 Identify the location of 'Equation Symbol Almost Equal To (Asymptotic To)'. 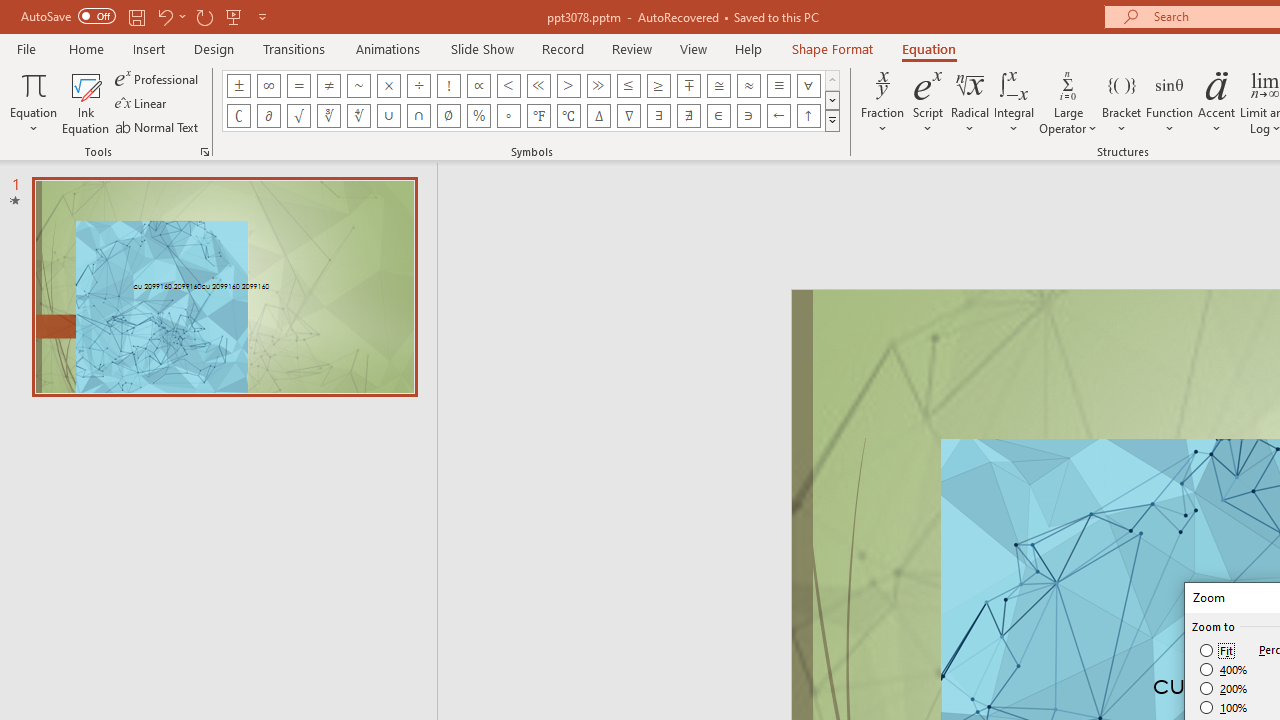
(747, 85).